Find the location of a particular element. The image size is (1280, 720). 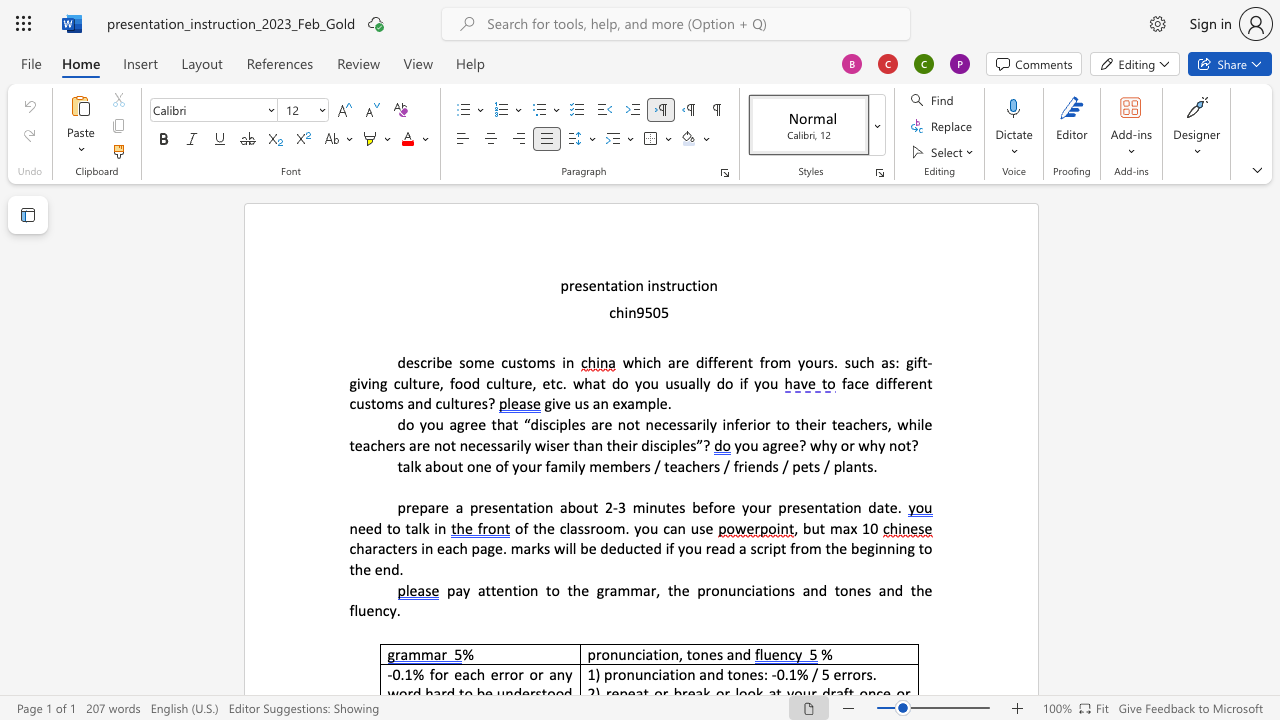

the space between the continuous character "n" and "c" in the text is located at coordinates (633, 654).